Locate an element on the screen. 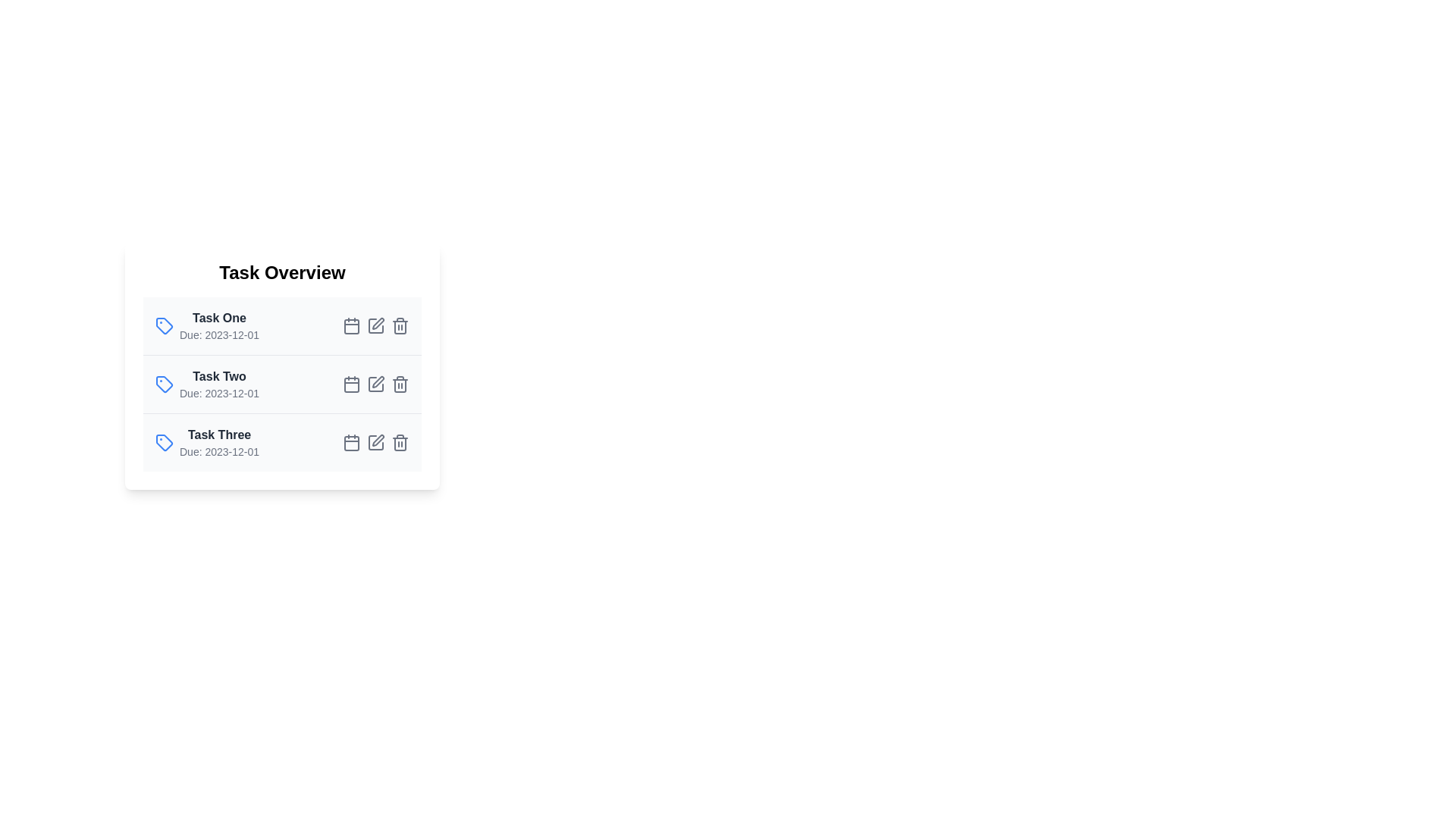  the edit button represented by a pen-shaped icon located in the far-right portion of the UI for Task Three to initiate task editing is located at coordinates (378, 441).